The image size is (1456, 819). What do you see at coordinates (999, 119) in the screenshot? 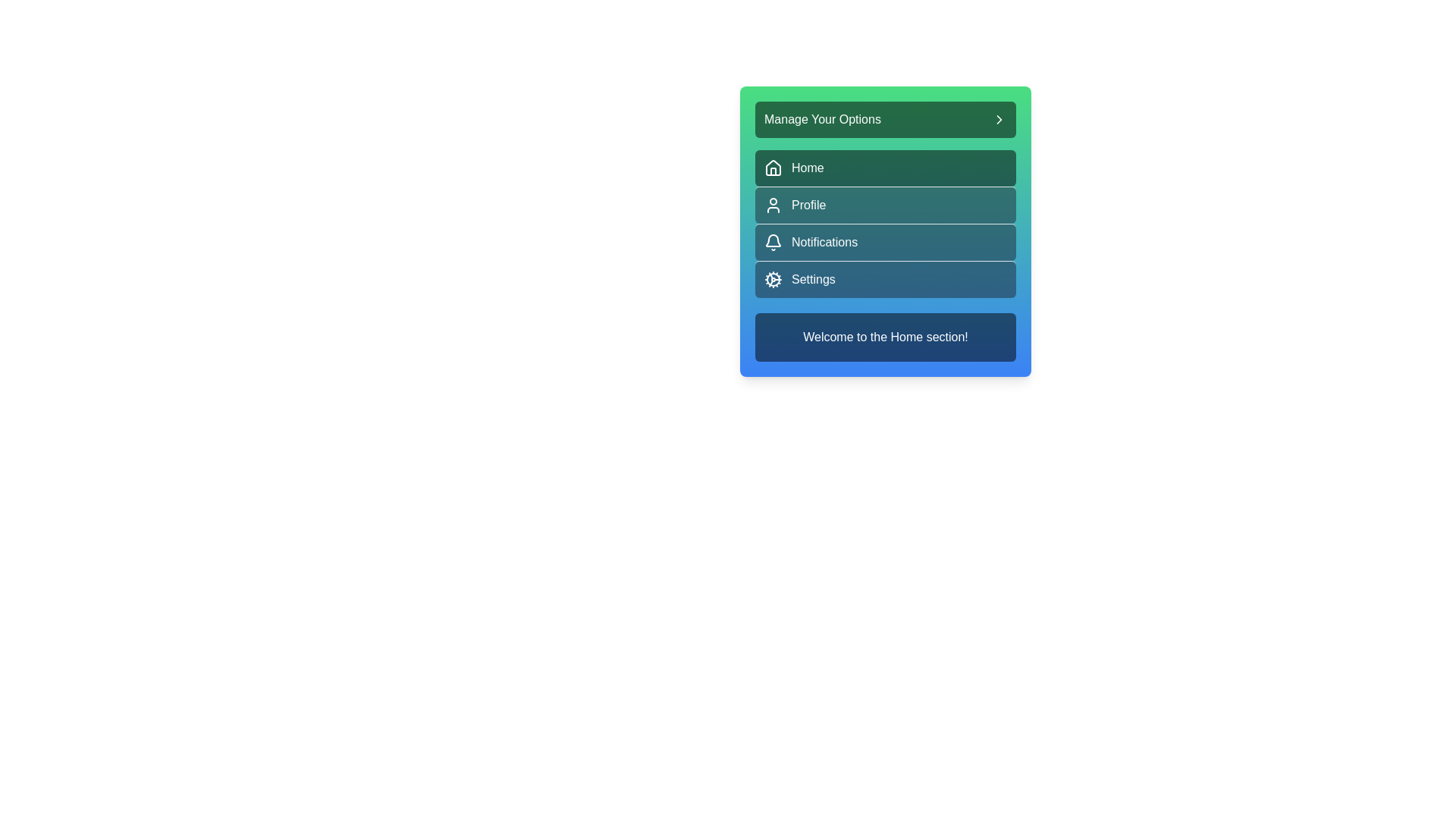
I see `the chevron-right icon located at the far right of the header labeled 'Manage Your Options'` at bounding box center [999, 119].